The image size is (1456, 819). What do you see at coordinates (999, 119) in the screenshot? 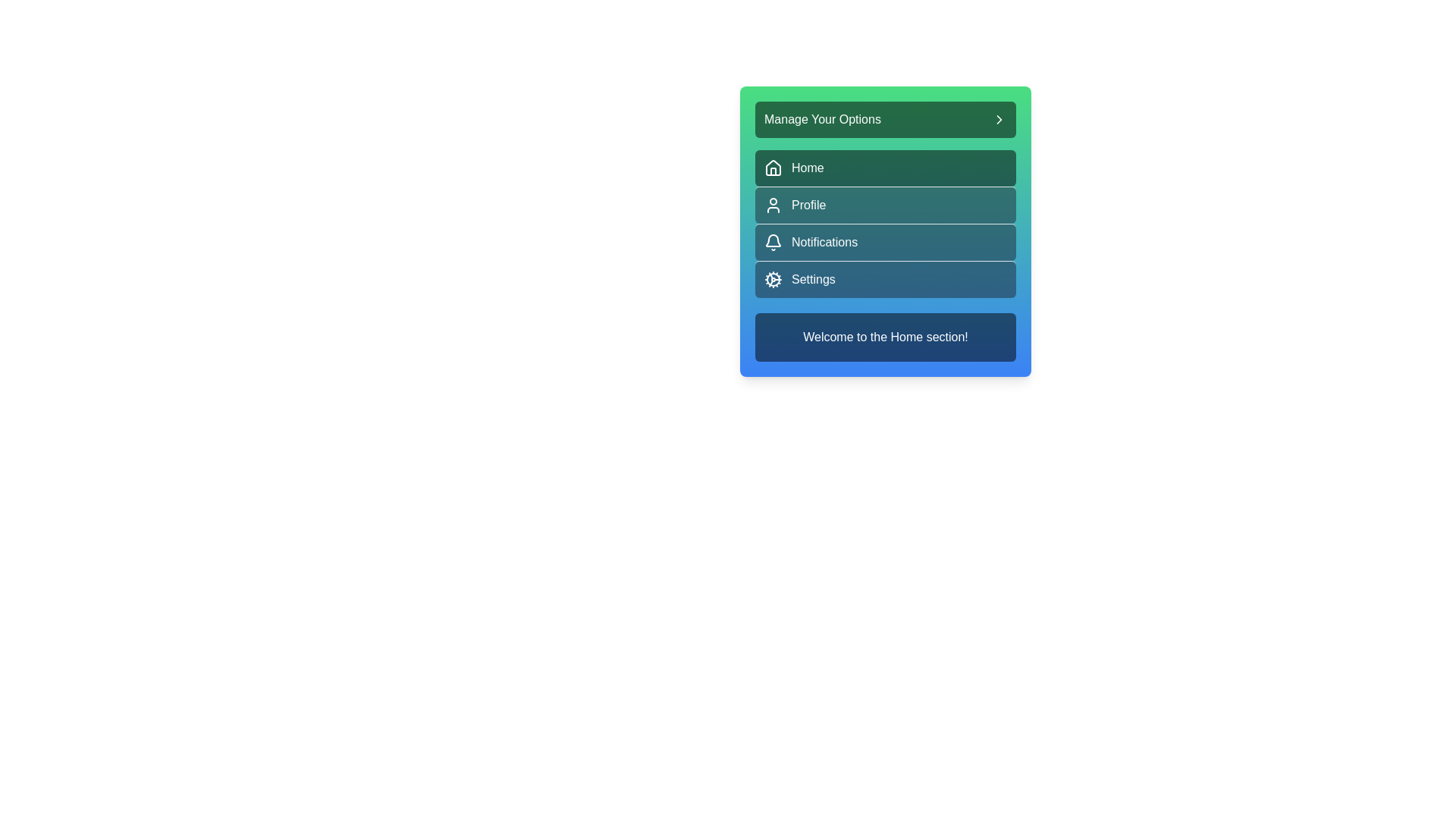
I see `the chevron-right icon located at the far right of the header labeled 'Manage Your Options'` at bounding box center [999, 119].